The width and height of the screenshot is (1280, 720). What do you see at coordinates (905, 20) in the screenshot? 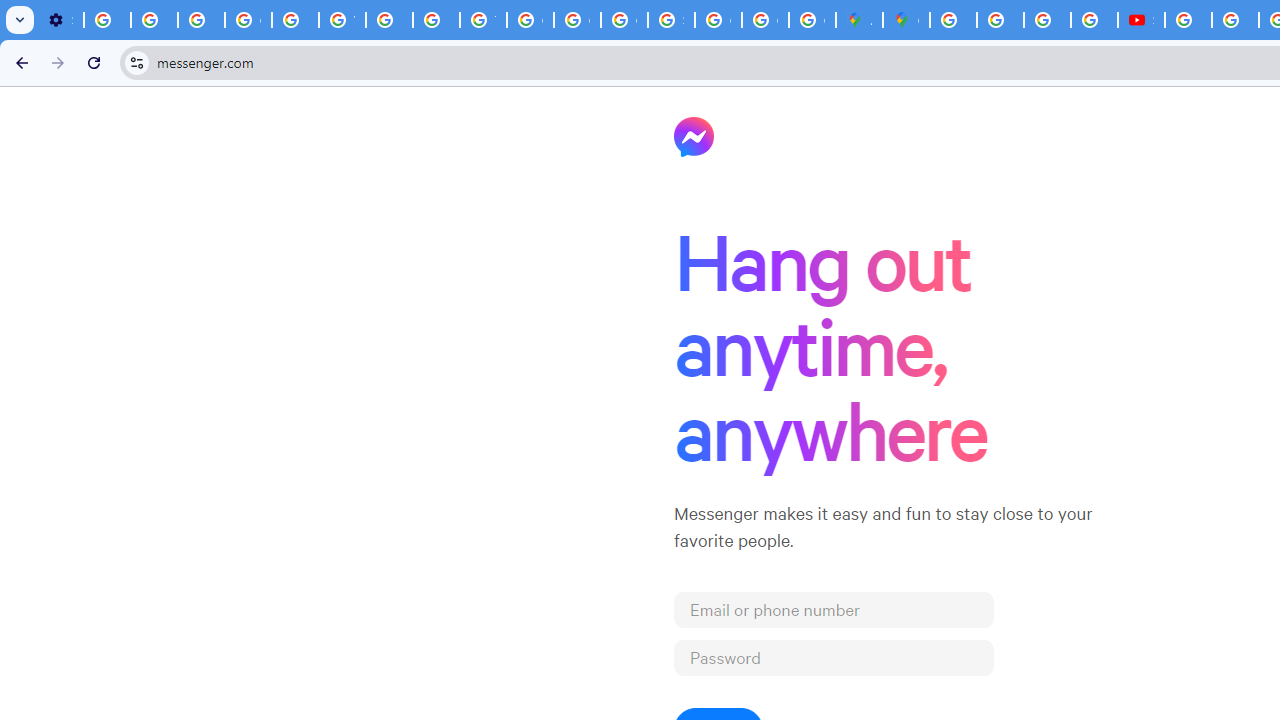
I see `'Google Maps'` at bounding box center [905, 20].